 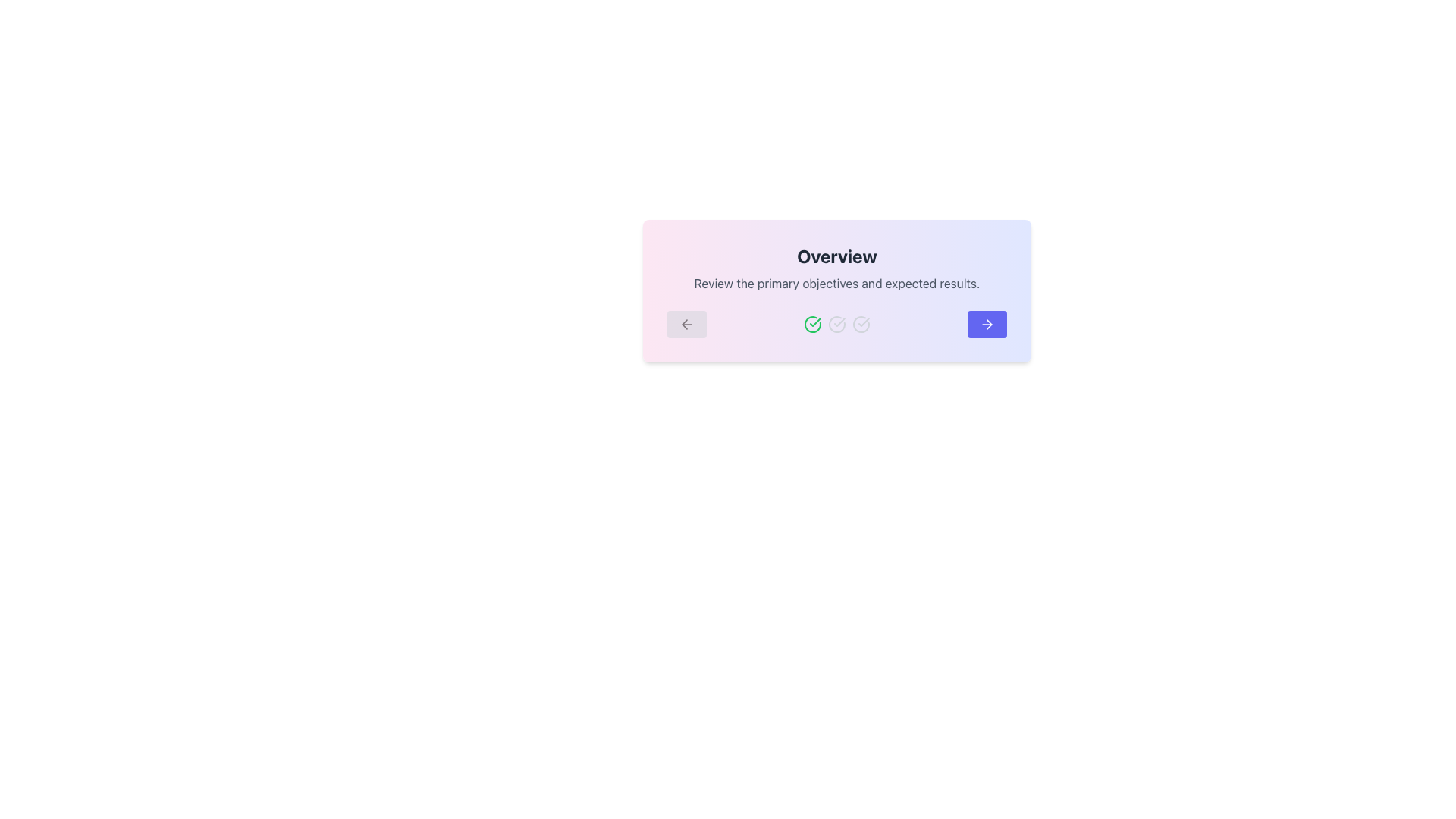 What do you see at coordinates (683, 324) in the screenshot?
I see `left-pointing arrow SVG element, which serves as a navigational icon for a backward action, for debugging purposes` at bounding box center [683, 324].